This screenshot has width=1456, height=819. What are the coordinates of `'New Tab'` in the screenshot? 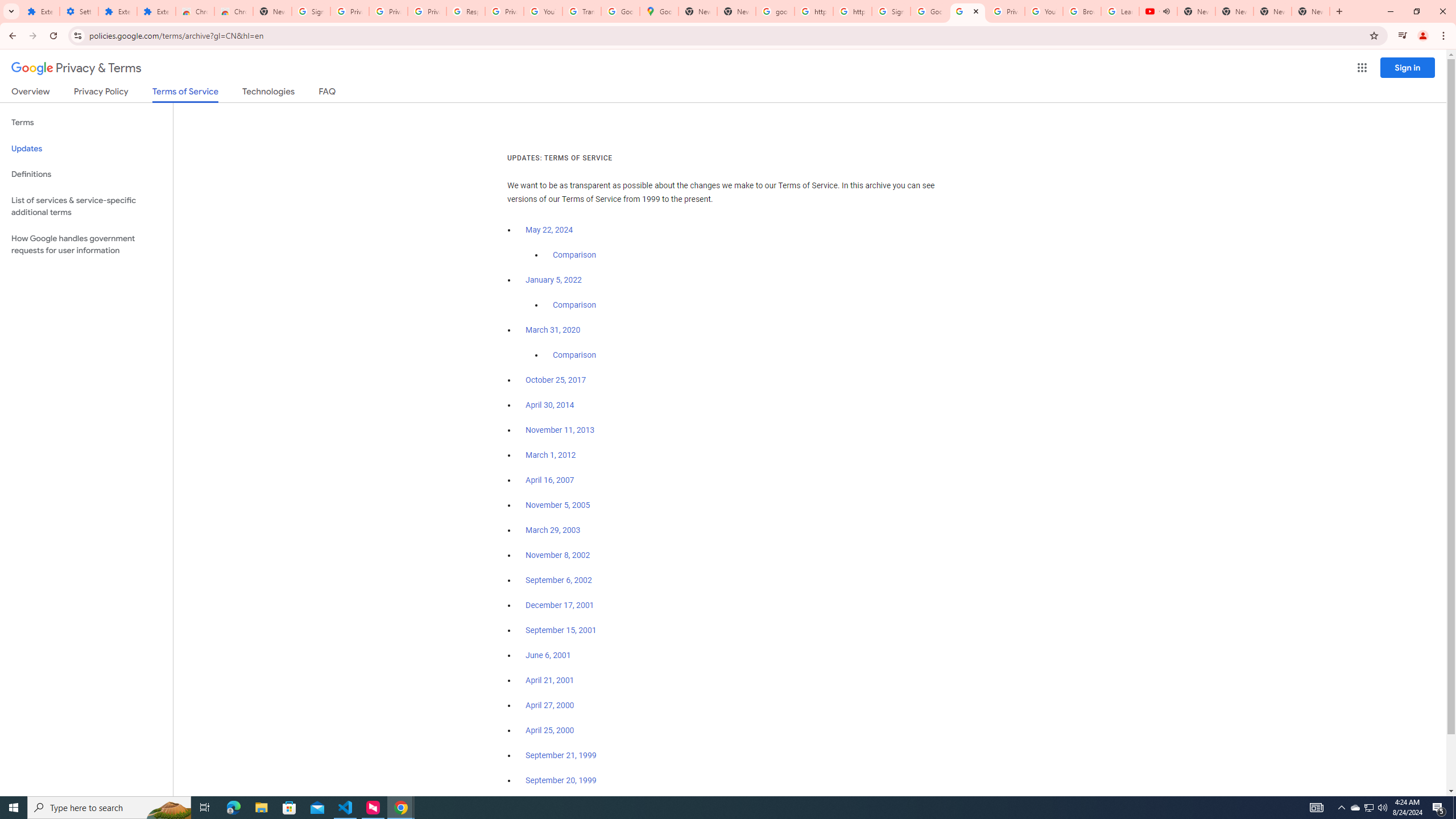 It's located at (1310, 11).